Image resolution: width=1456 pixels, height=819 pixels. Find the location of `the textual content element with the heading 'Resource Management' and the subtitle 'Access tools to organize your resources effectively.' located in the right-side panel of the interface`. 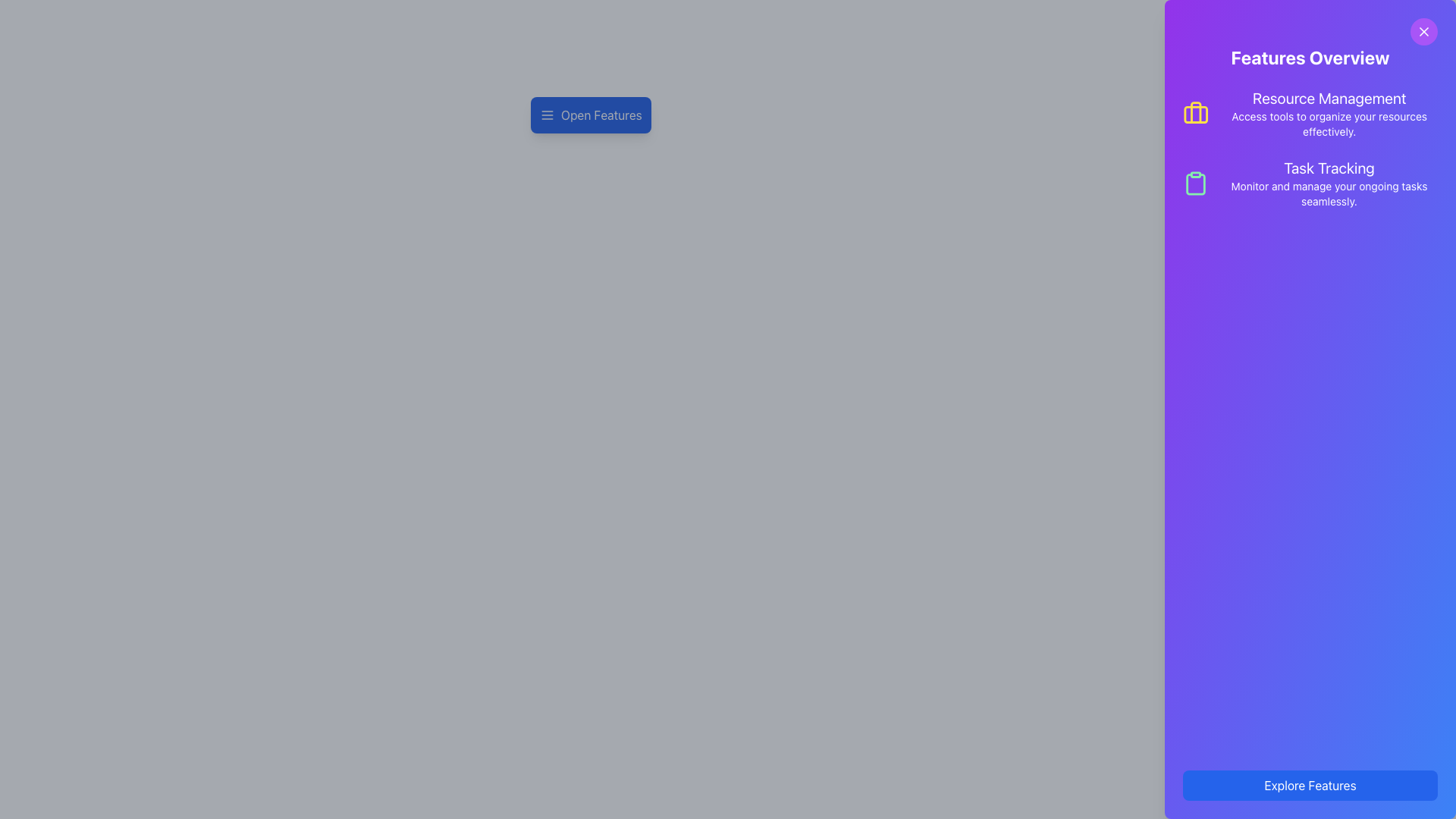

the textual content element with the heading 'Resource Management' and the subtitle 'Access tools to organize your resources effectively.' located in the right-side panel of the interface is located at coordinates (1329, 113).